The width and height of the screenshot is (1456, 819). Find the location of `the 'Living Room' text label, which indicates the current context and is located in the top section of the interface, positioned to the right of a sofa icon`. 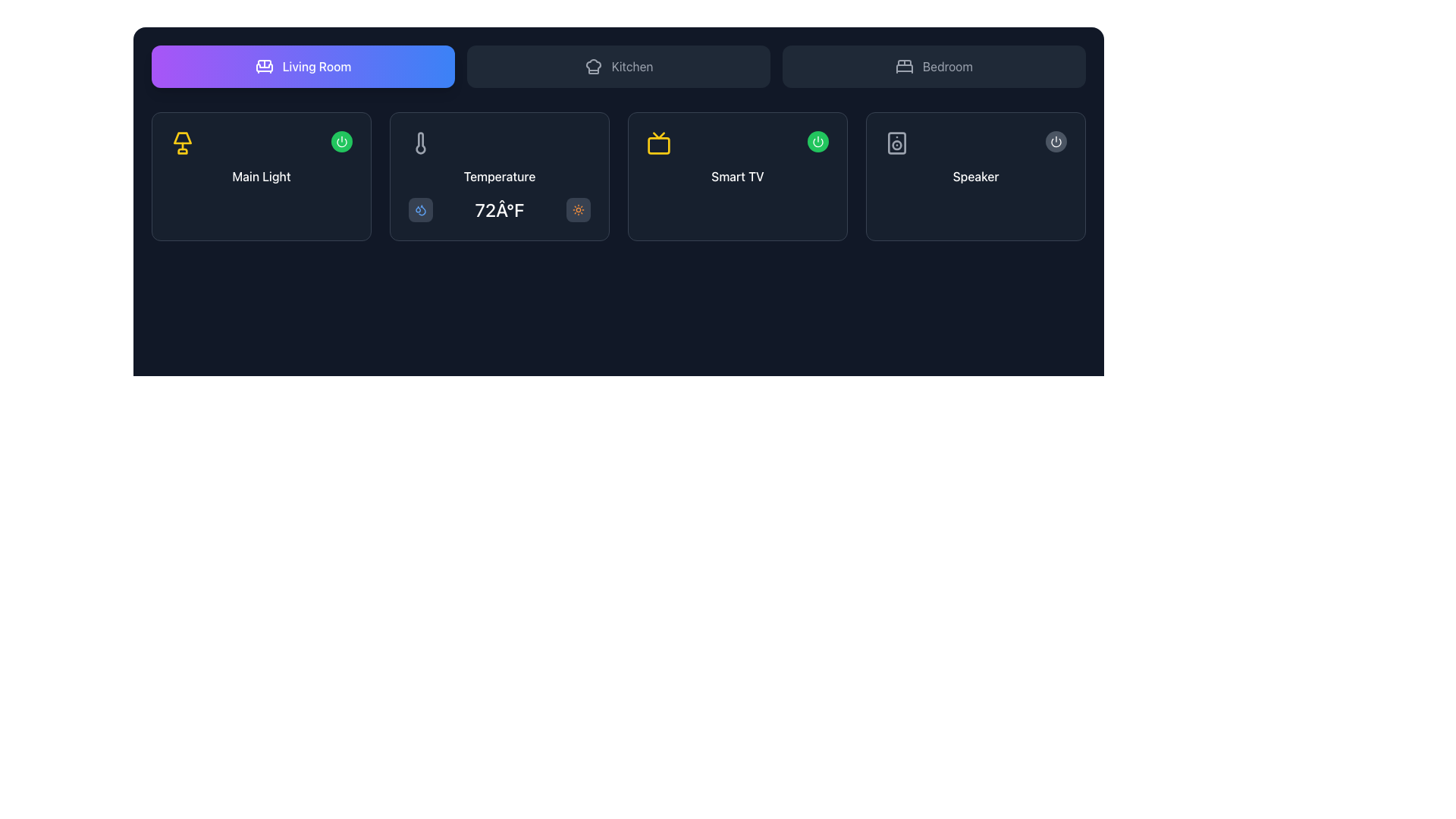

the 'Living Room' text label, which indicates the current context and is located in the top section of the interface, positioned to the right of a sofa icon is located at coordinates (315, 66).